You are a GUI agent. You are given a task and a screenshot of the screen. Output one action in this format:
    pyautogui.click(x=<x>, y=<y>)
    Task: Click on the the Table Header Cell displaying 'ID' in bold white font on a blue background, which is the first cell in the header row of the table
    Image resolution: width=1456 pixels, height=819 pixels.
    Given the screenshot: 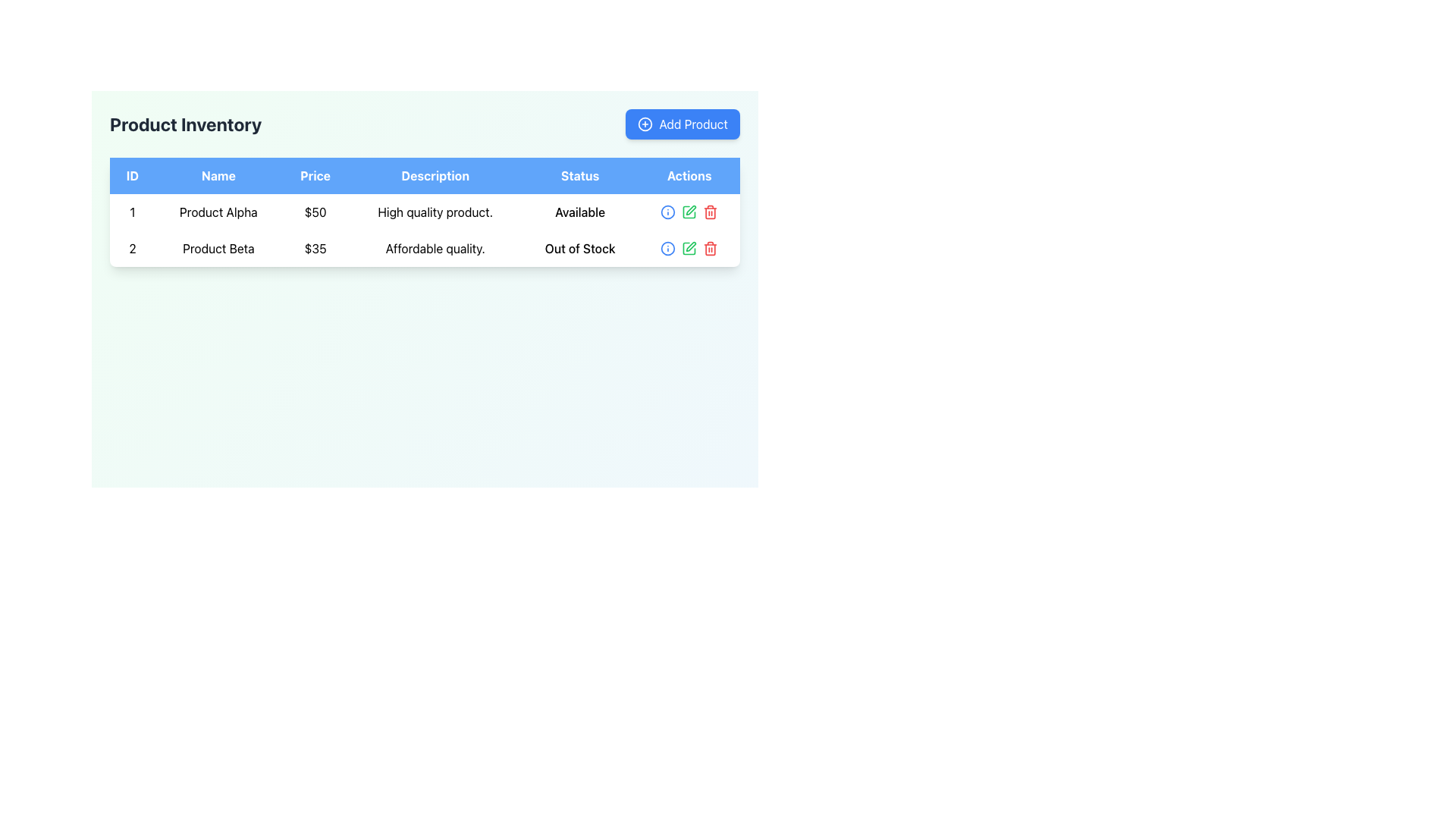 What is the action you would take?
    pyautogui.click(x=132, y=174)
    